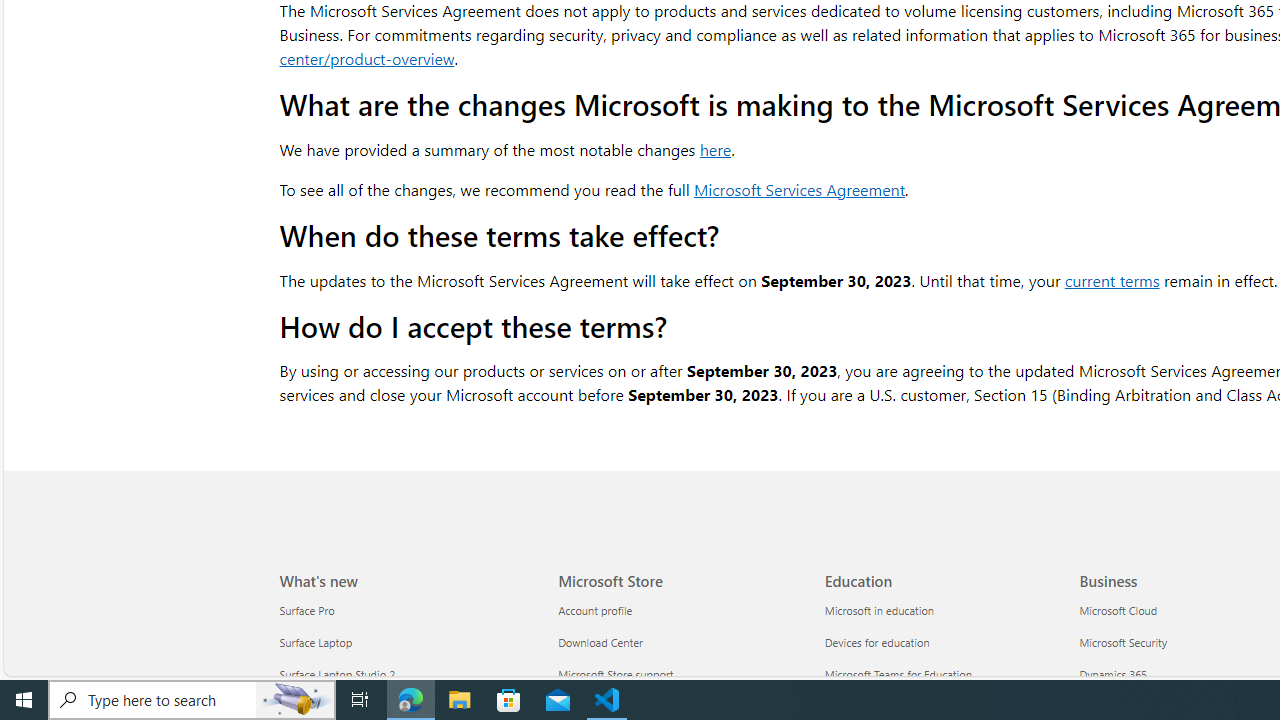 This screenshot has width=1280, height=720. I want to click on 'Surface Laptop What', so click(315, 642).